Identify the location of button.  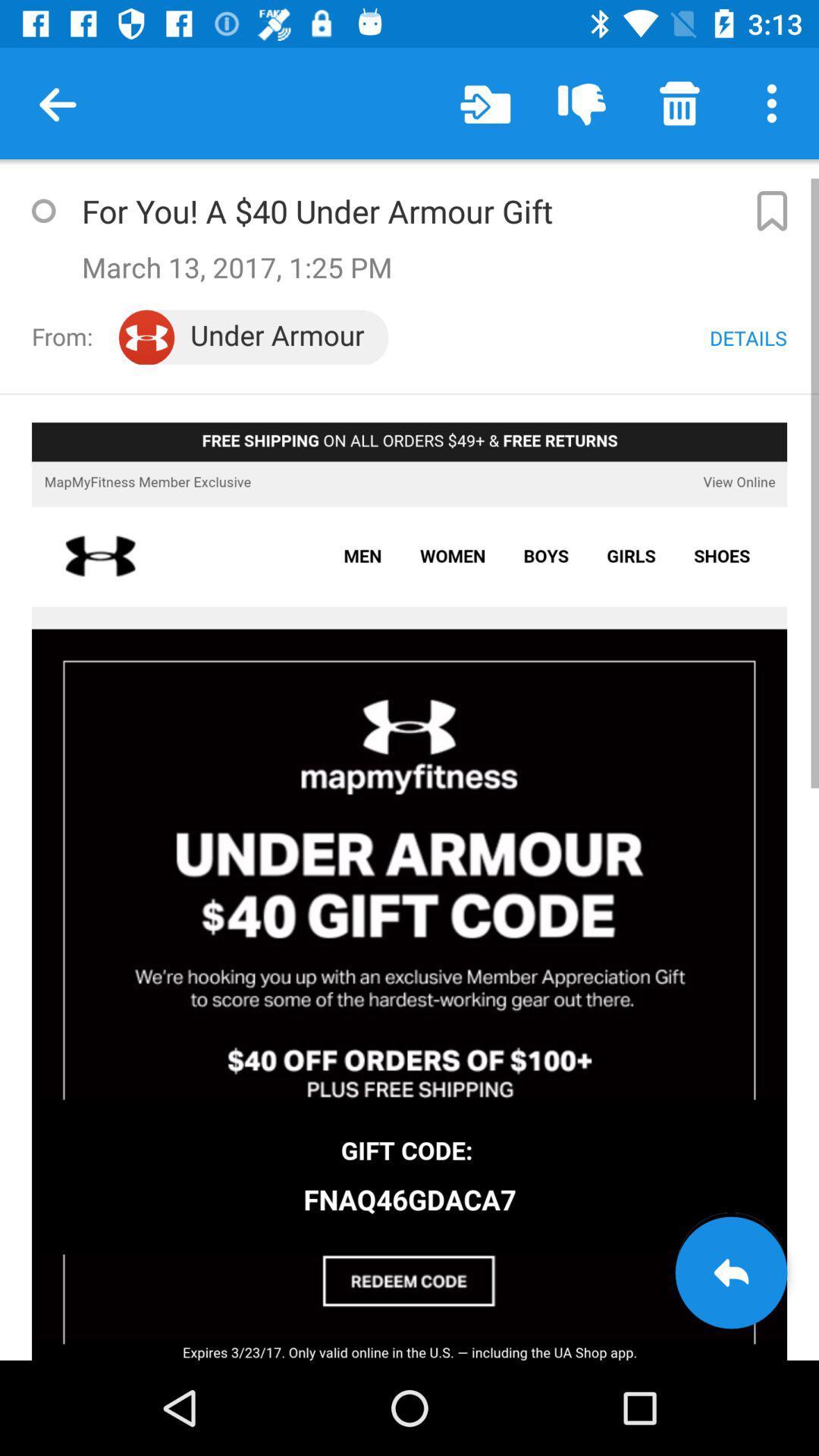
(42, 210).